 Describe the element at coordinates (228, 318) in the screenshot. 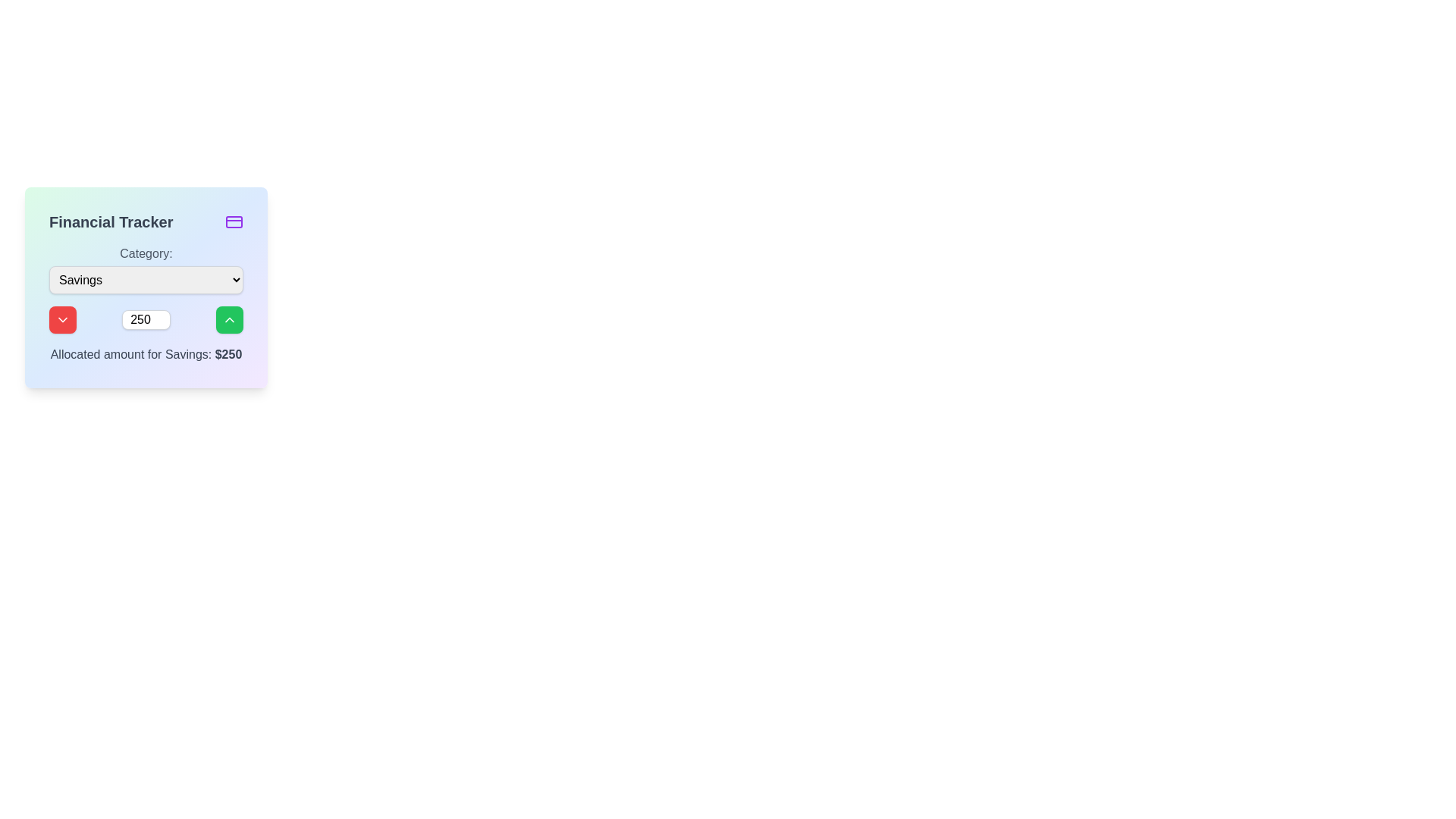

I see `the increment button located to the right of the input box displaying the number '250' to change its color` at that location.